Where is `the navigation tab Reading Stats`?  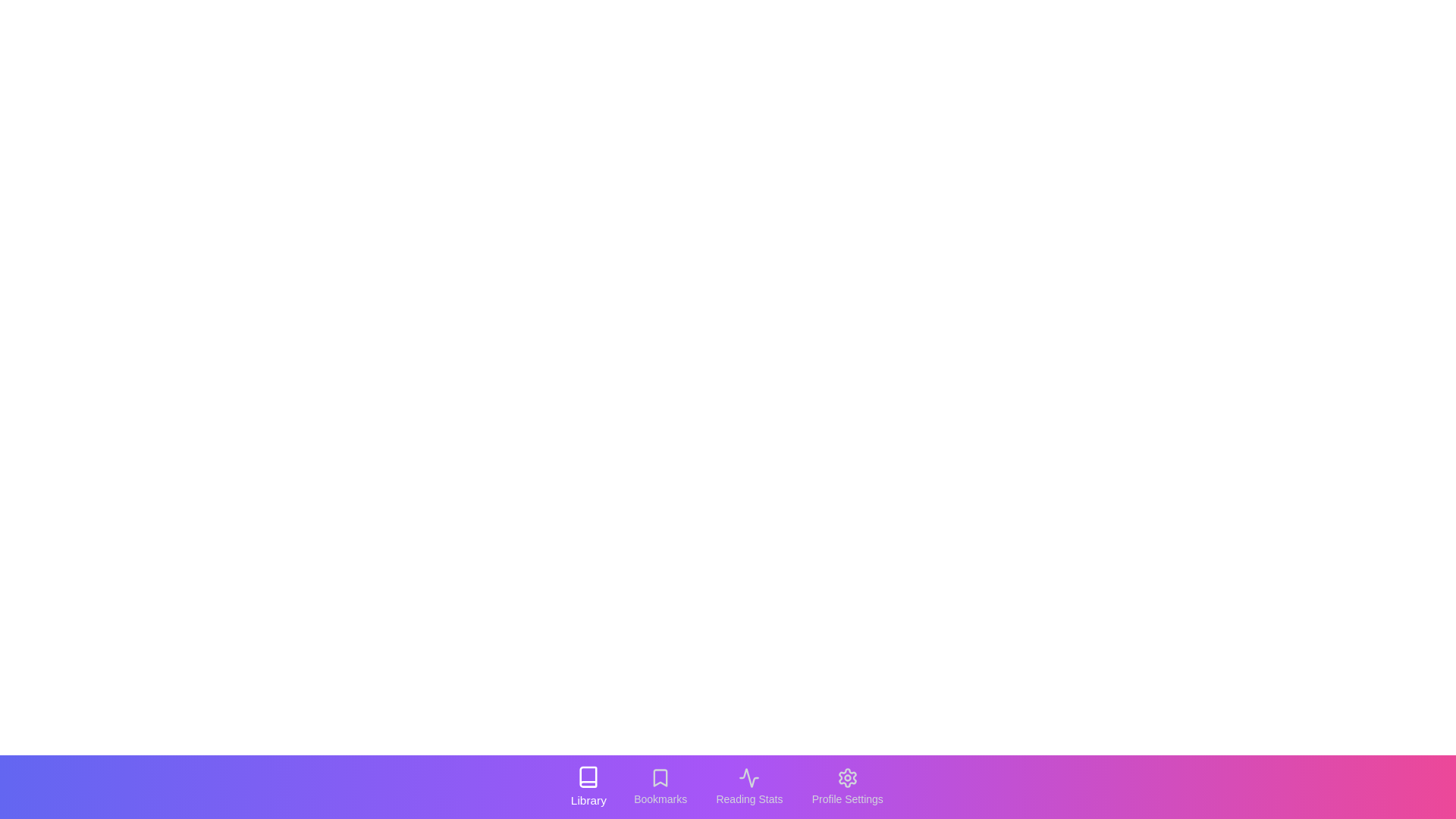 the navigation tab Reading Stats is located at coordinates (749, 786).